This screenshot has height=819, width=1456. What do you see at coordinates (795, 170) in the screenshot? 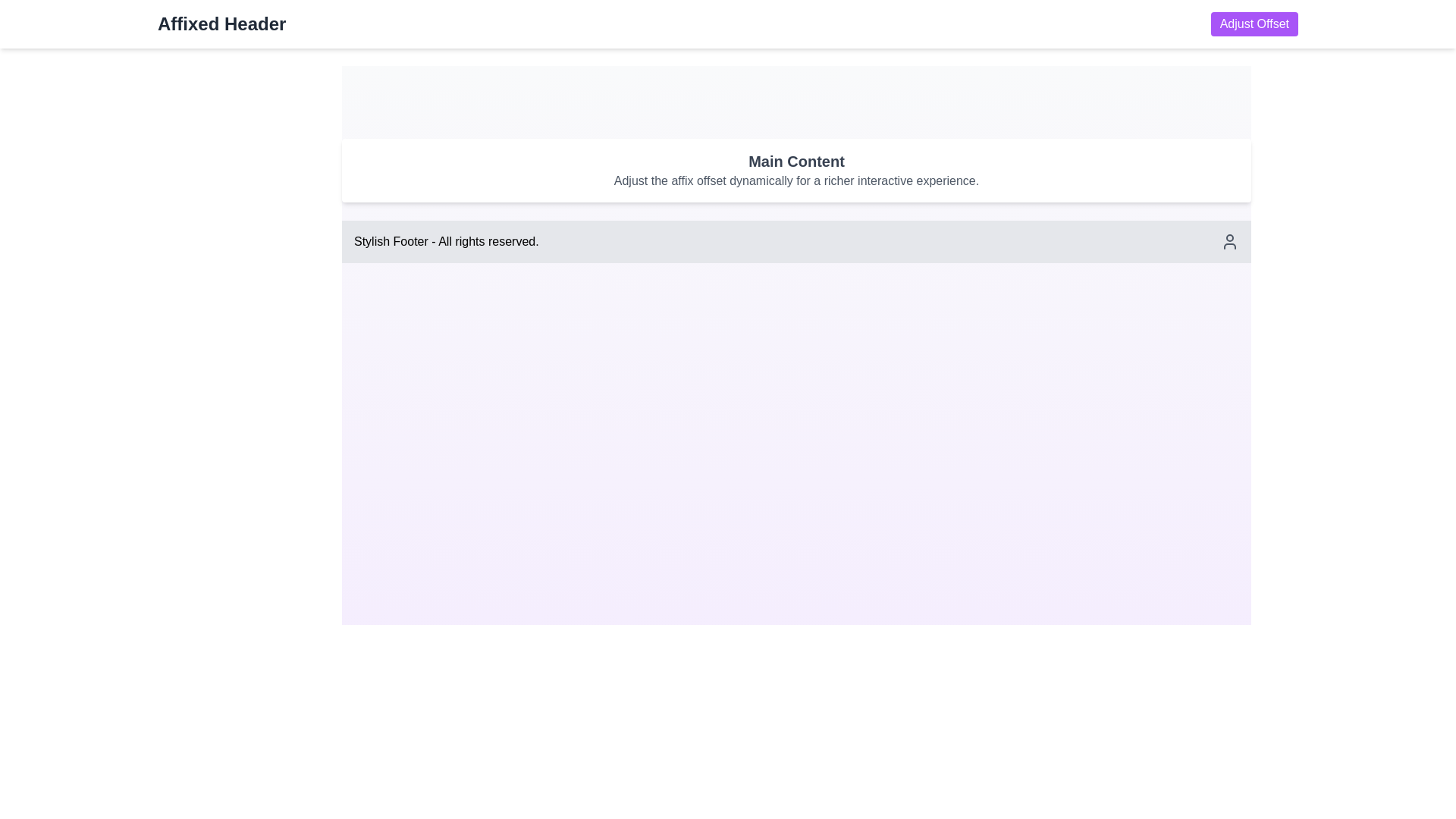
I see `the Content header block that provides a section title and brief explanation, located near the top-middle section of the page, just beneath the header` at bounding box center [795, 170].